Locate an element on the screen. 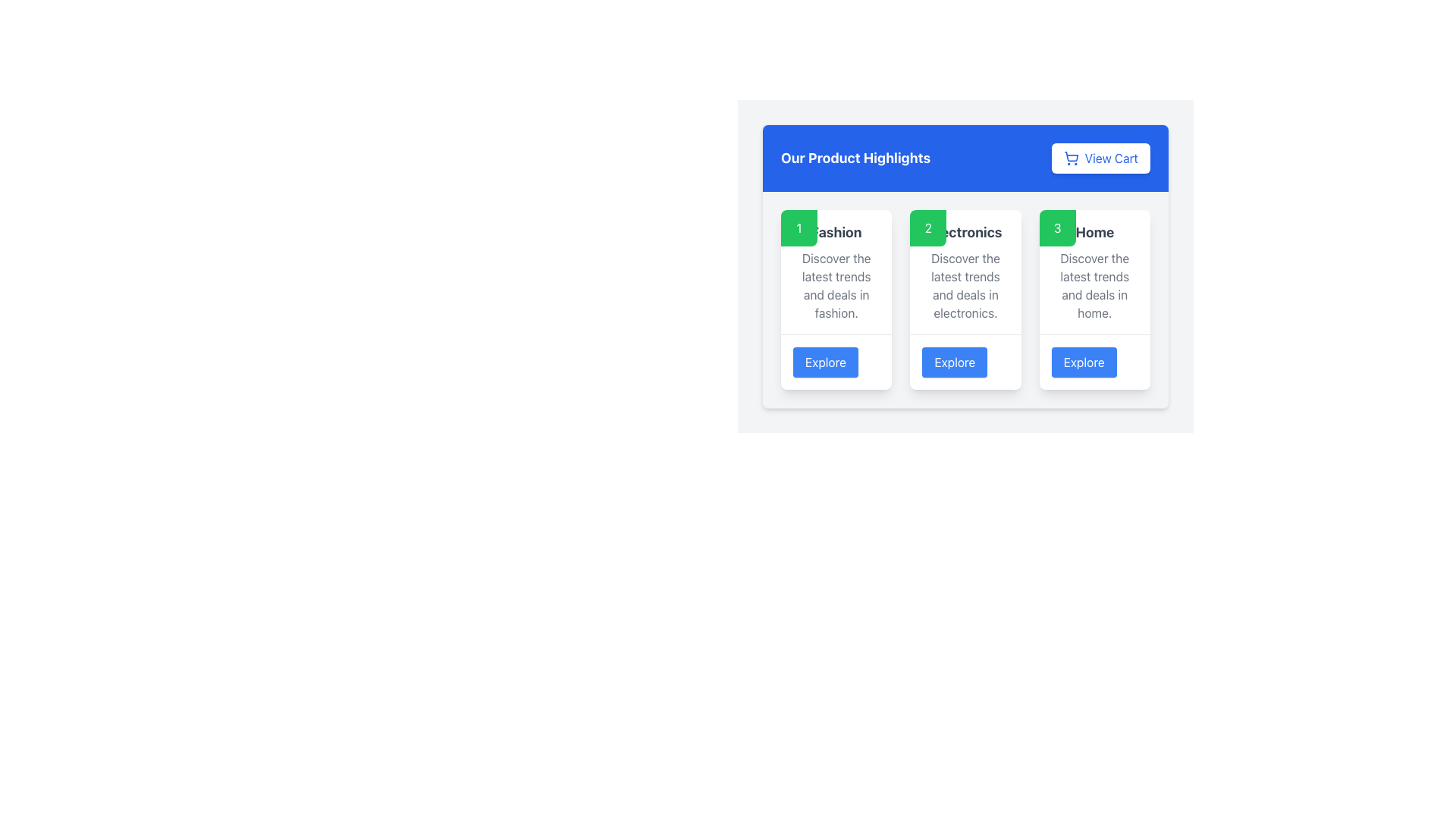 The height and width of the screenshot is (819, 1456). the button located in the lower section of the '3 Home' card is located at coordinates (1083, 362).